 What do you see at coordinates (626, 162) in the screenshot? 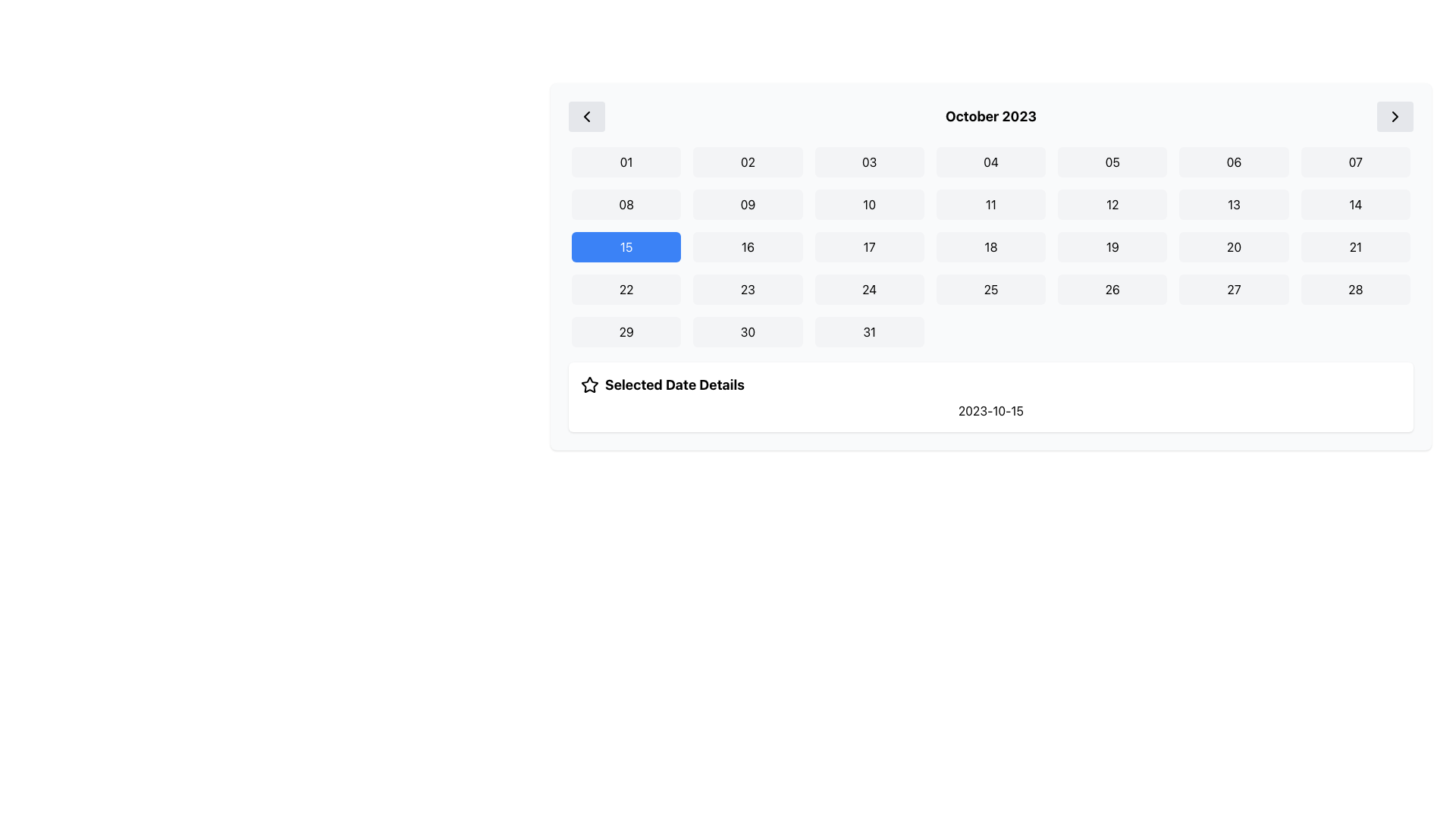
I see `the selectable date button representing the '1st' of the month in the calendar interface` at bounding box center [626, 162].